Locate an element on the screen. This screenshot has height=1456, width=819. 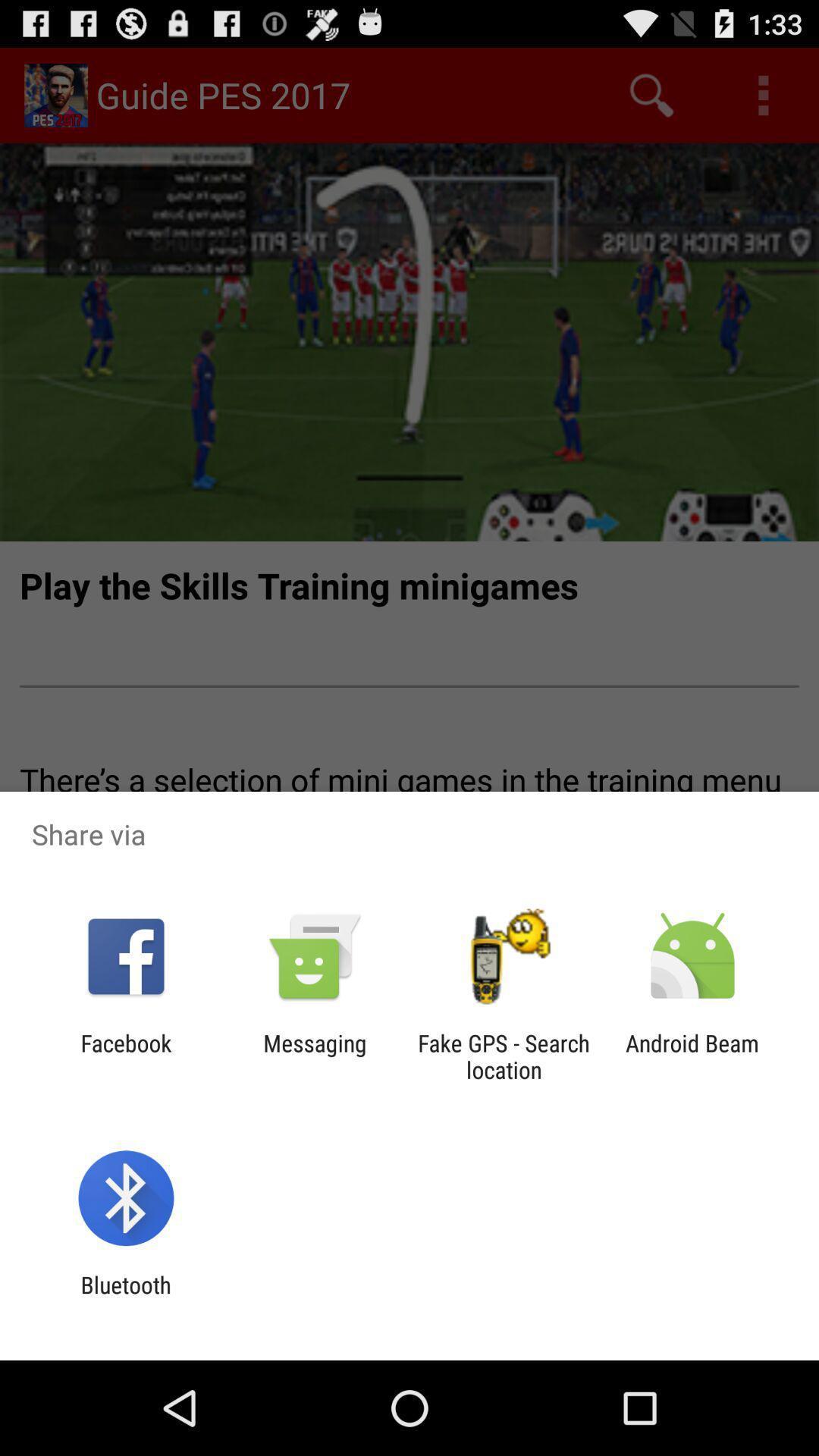
the item next to android beam item is located at coordinates (504, 1056).